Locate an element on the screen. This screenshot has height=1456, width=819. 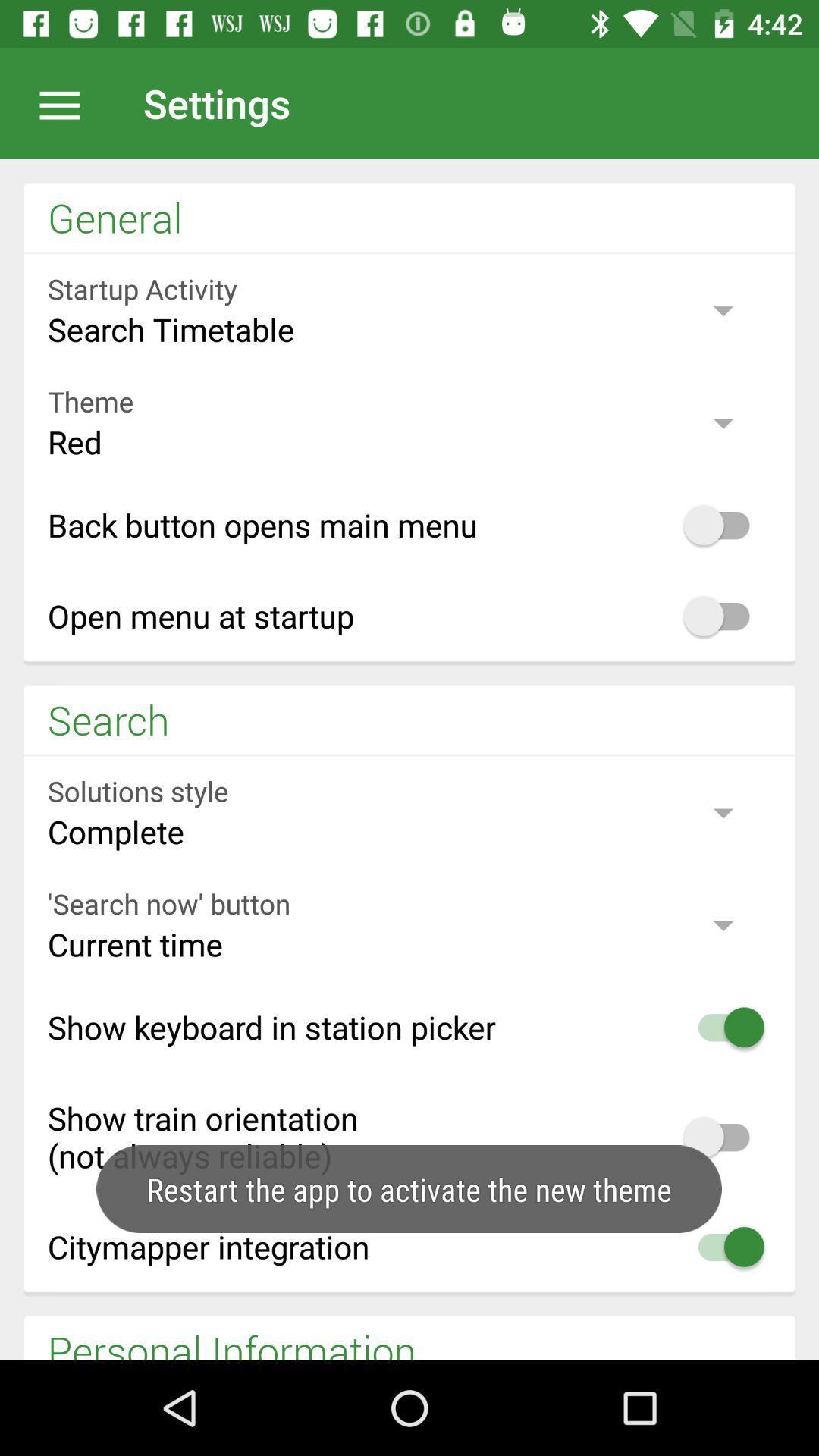
the text which is fourth option in general is located at coordinates (409, 615).